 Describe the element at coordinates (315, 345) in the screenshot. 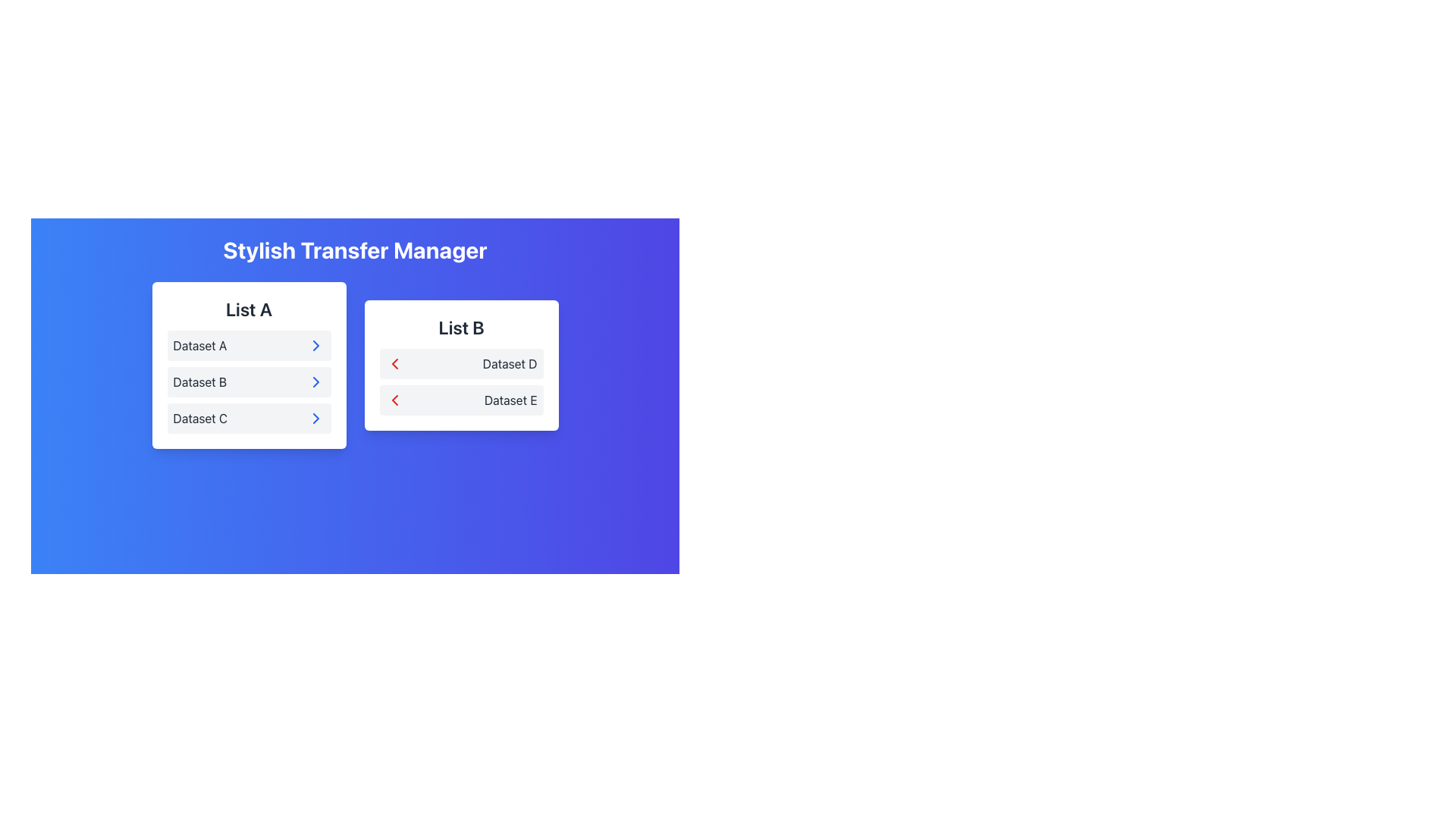

I see `the blue chevron button located in the first row under 'List A' adjacent to the label 'Dataset A' to interact with it` at that location.